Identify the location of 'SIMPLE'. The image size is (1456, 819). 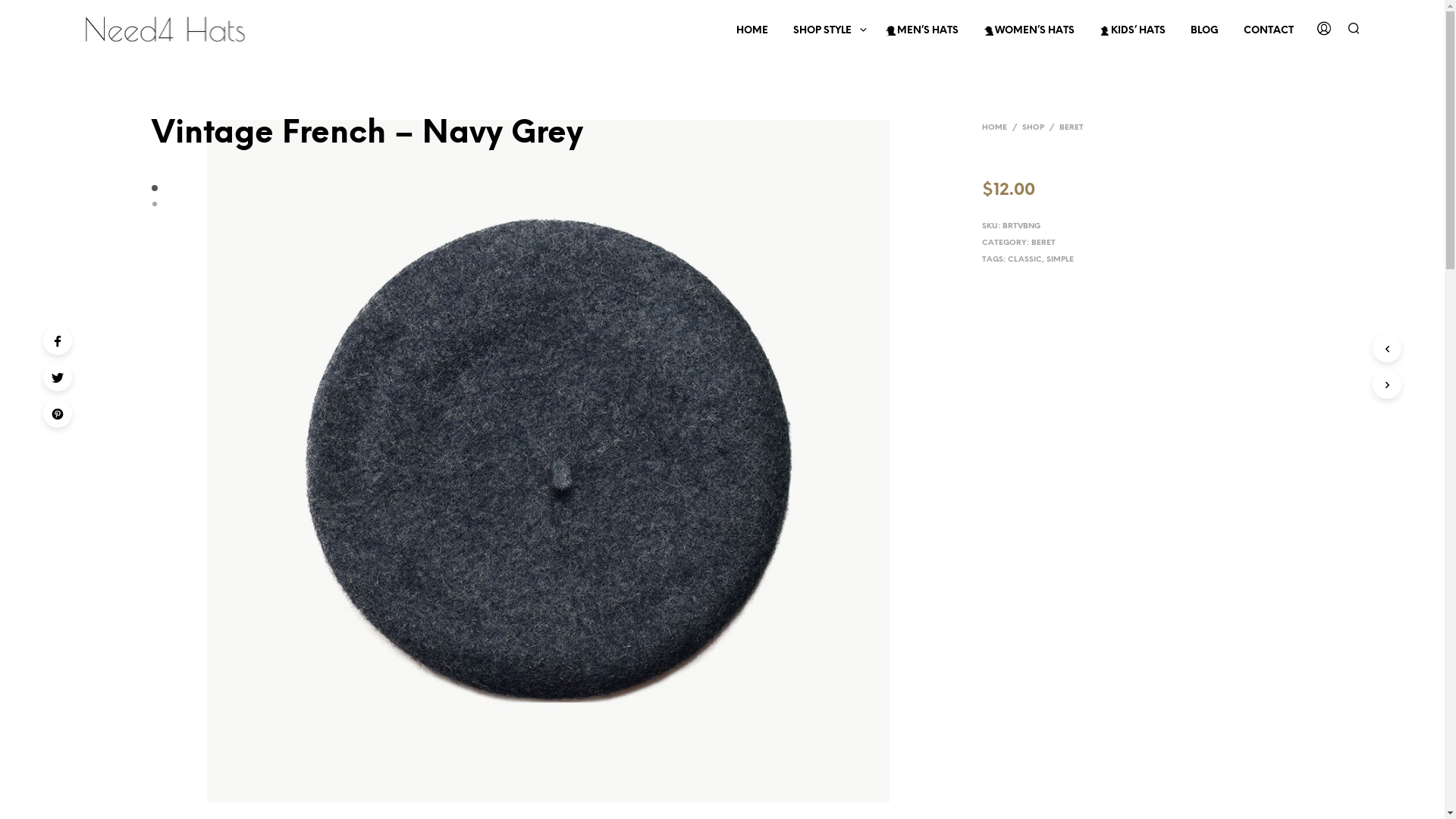
(1059, 259).